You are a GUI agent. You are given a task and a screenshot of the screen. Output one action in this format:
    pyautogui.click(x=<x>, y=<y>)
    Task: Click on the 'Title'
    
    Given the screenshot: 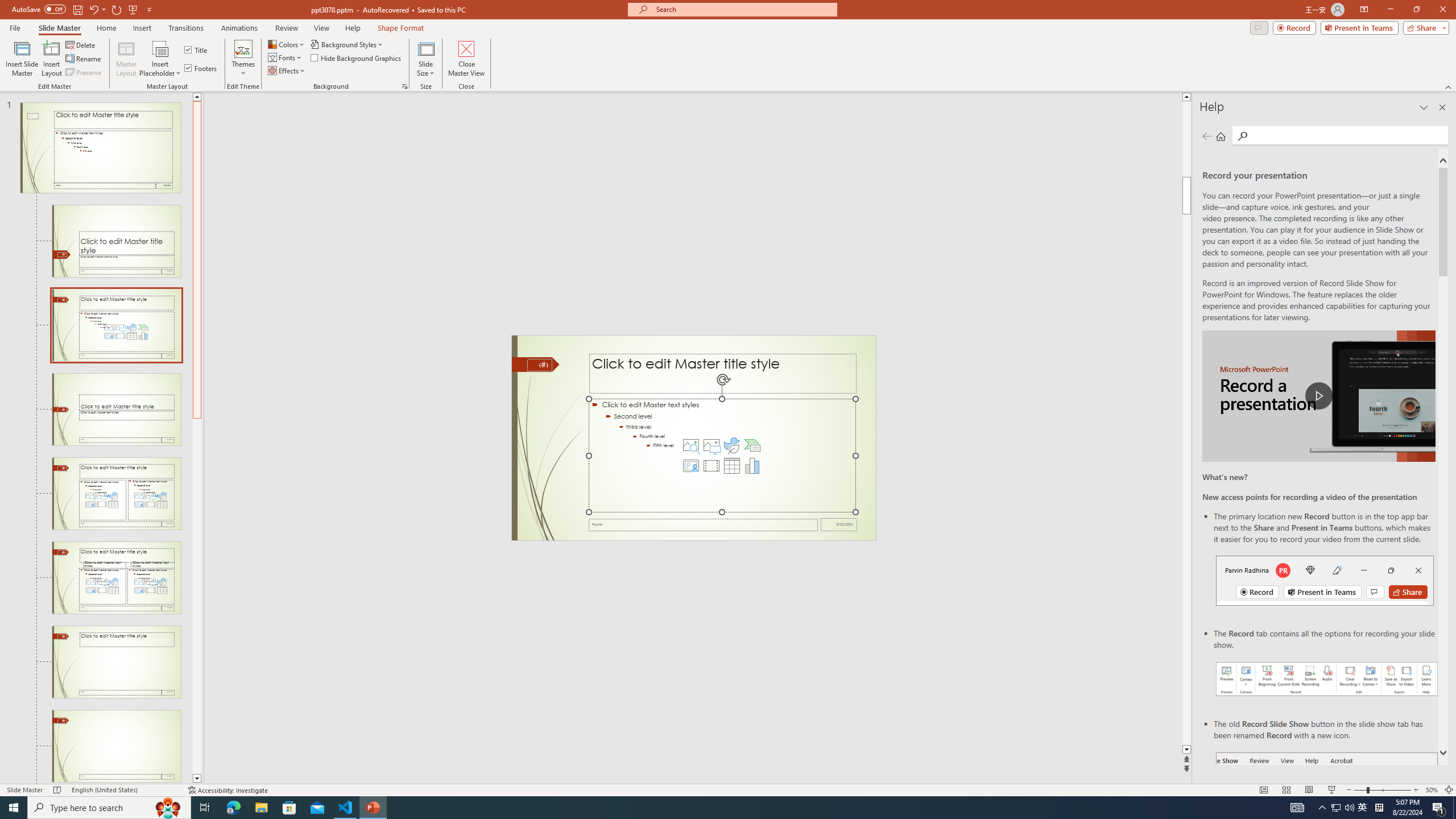 What is the action you would take?
    pyautogui.click(x=196, y=49)
    